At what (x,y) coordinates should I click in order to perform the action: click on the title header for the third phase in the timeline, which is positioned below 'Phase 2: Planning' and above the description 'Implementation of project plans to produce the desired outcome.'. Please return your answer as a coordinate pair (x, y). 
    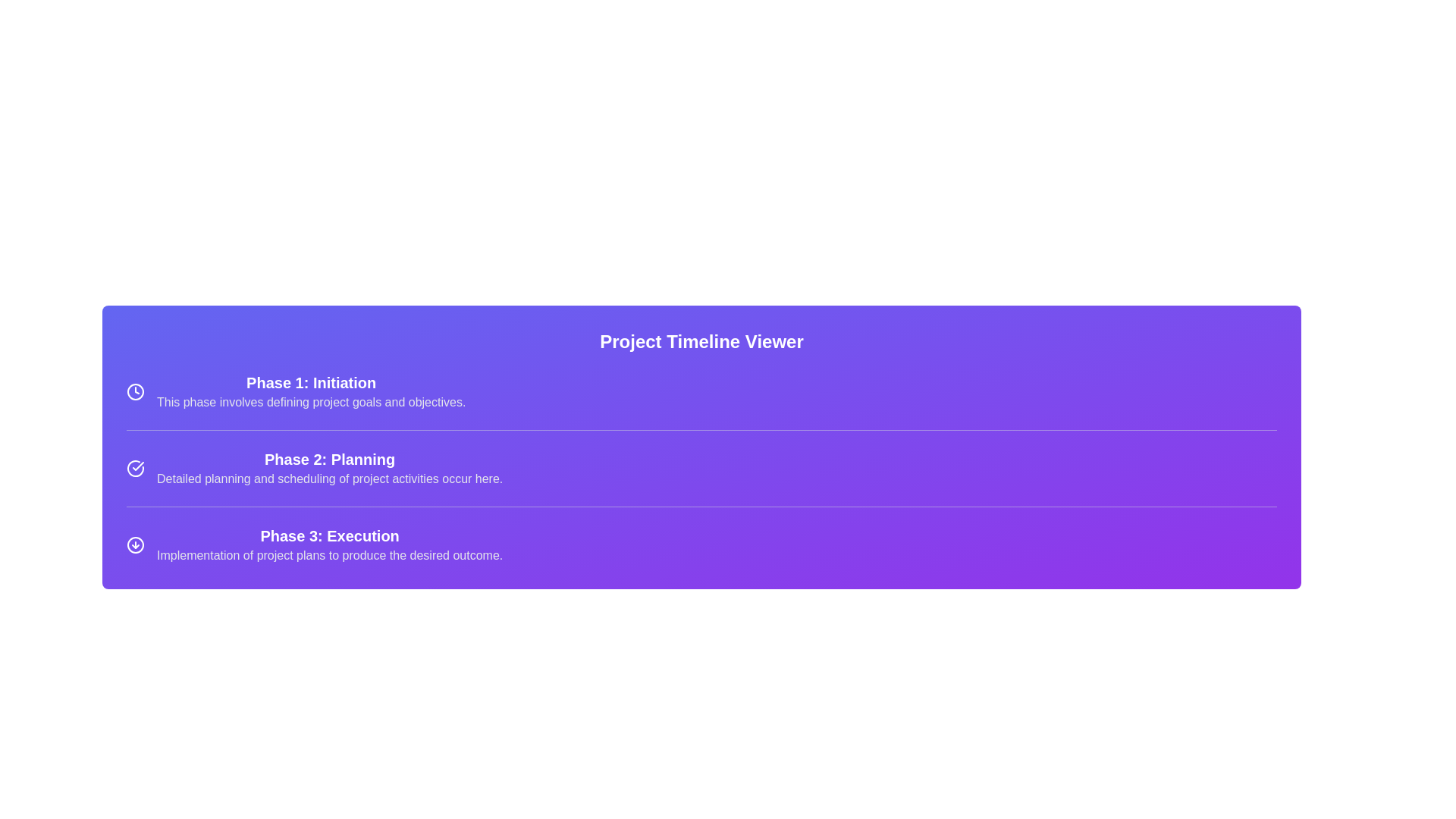
    Looking at the image, I should click on (329, 535).